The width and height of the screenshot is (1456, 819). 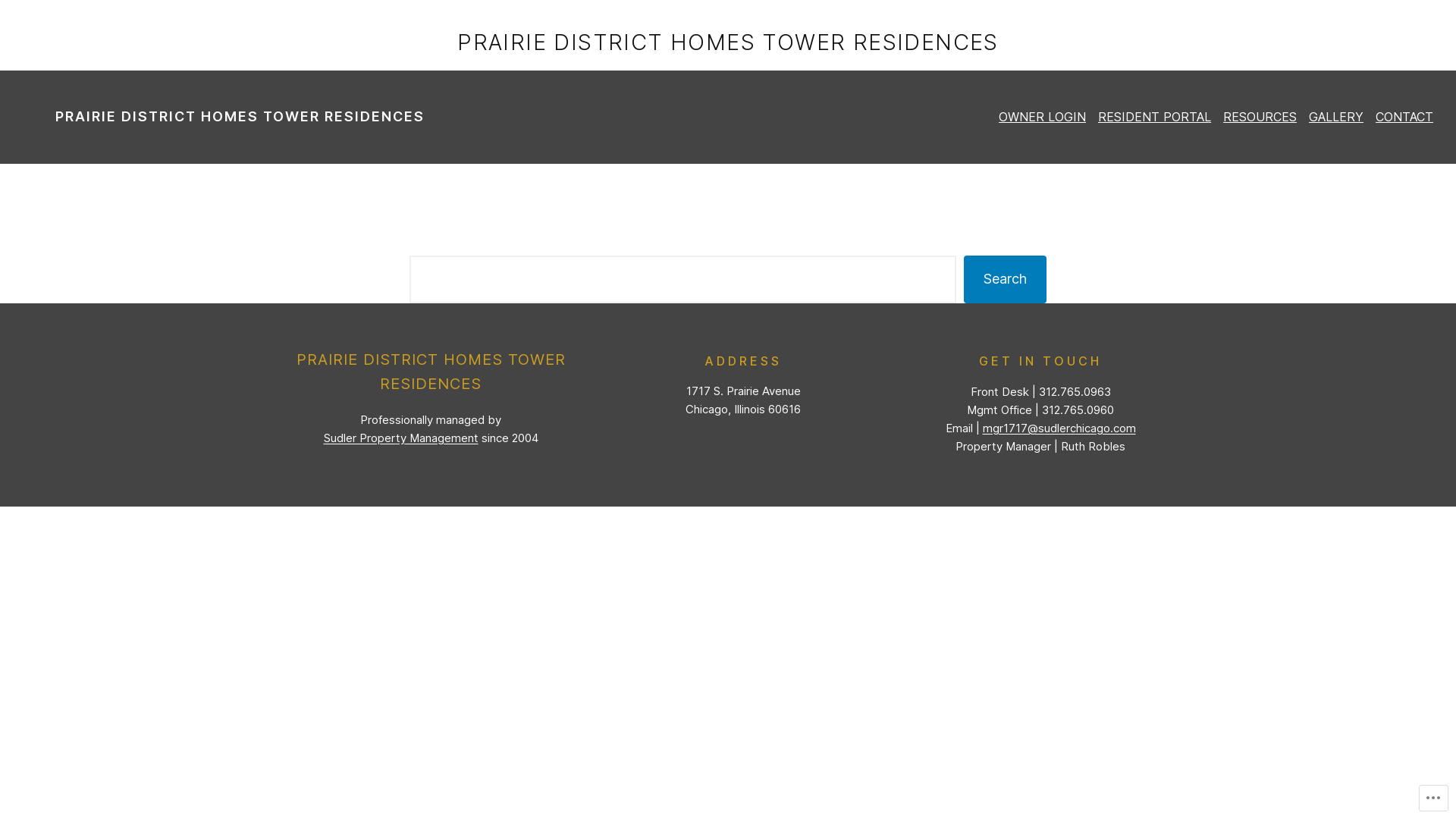 What do you see at coordinates (400, 438) in the screenshot?
I see `'Sudler Property Management'` at bounding box center [400, 438].